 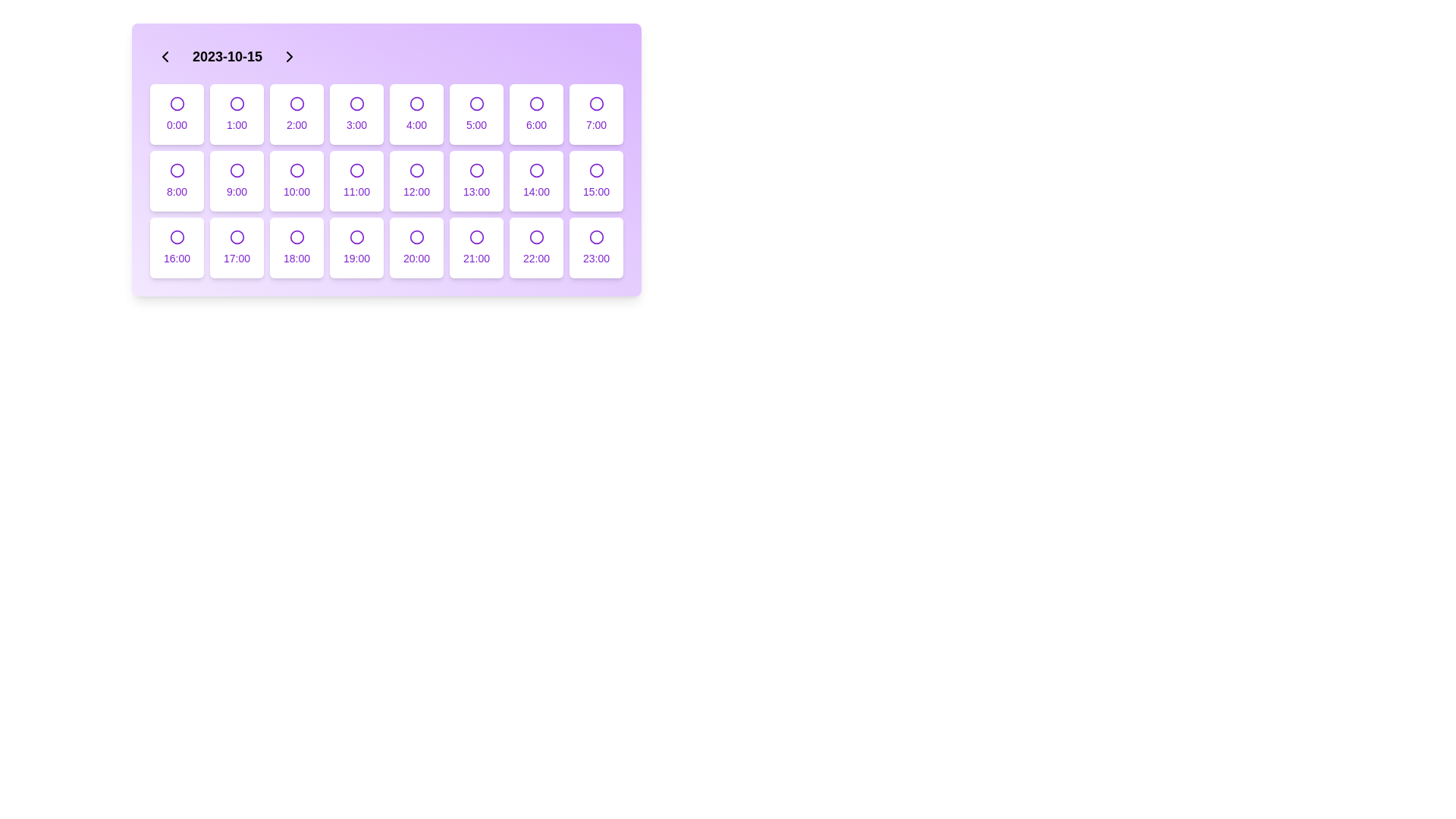 What do you see at coordinates (290, 55) in the screenshot?
I see `the navigational button located adjacent to the displayed date '2023-10-15'` at bounding box center [290, 55].